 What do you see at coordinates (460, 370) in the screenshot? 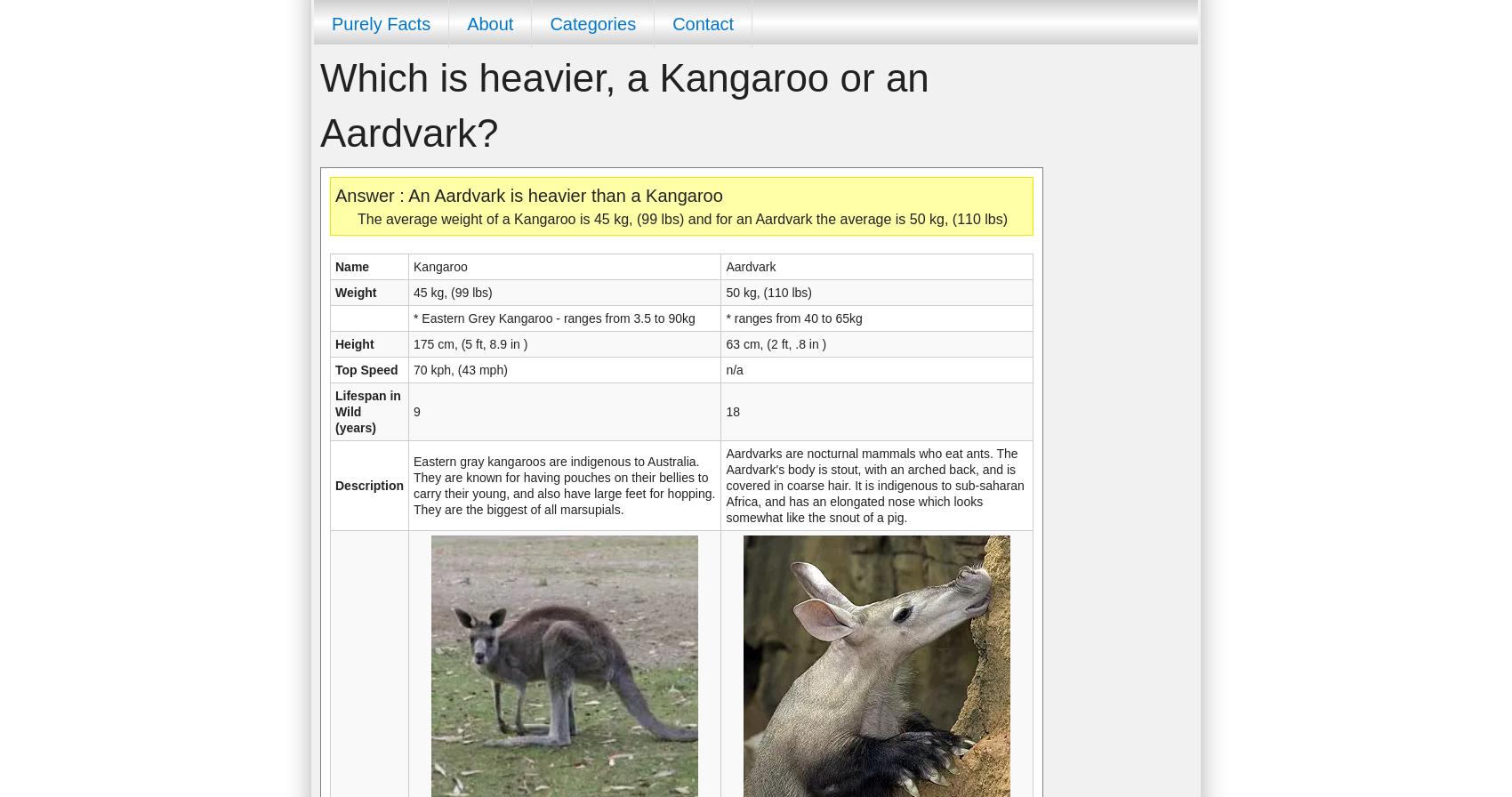
I see `'70 kph, (43 mph)'` at bounding box center [460, 370].